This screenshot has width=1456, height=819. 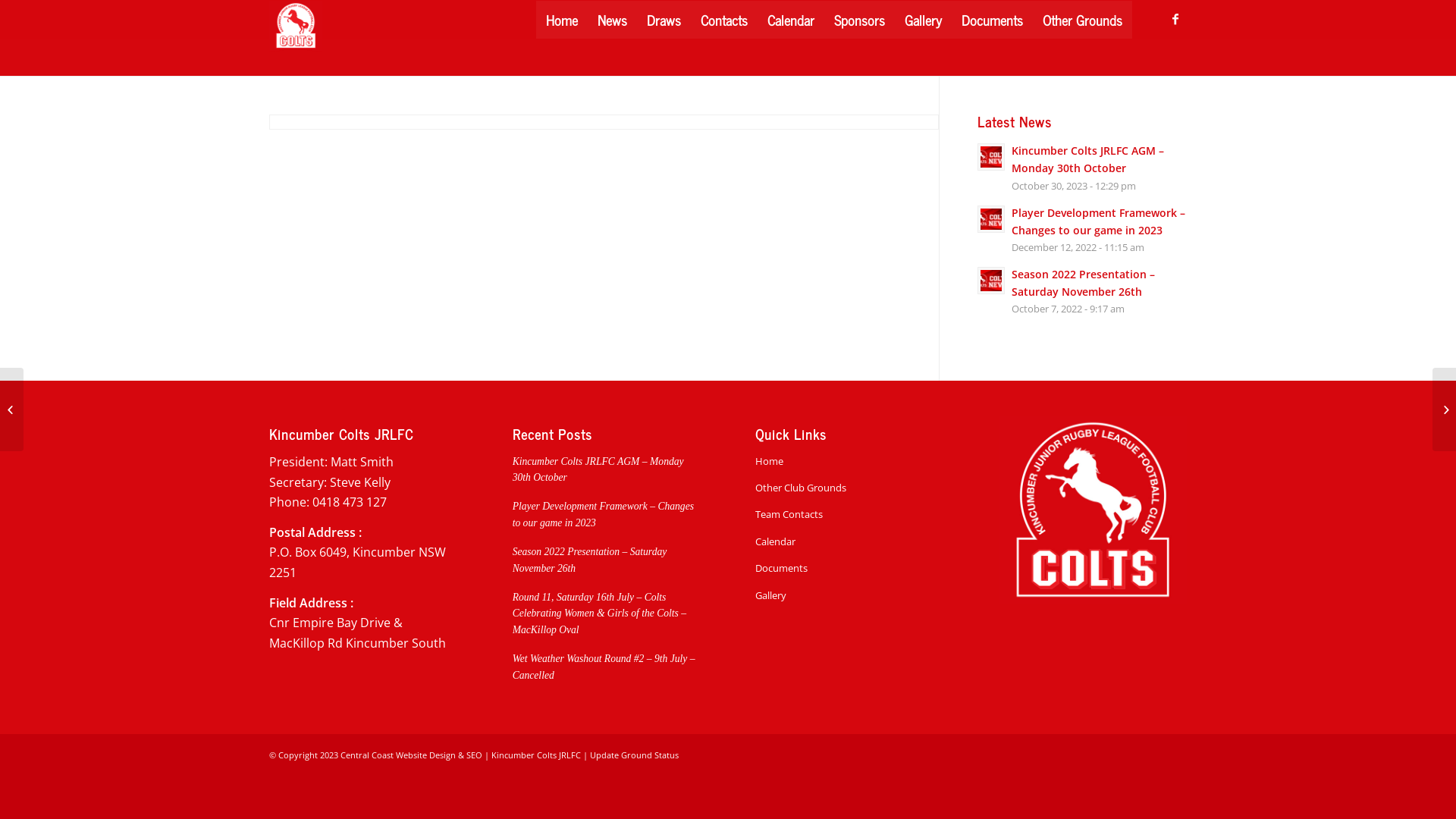 What do you see at coordinates (723, 20) in the screenshot?
I see `'Contacts'` at bounding box center [723, 20].